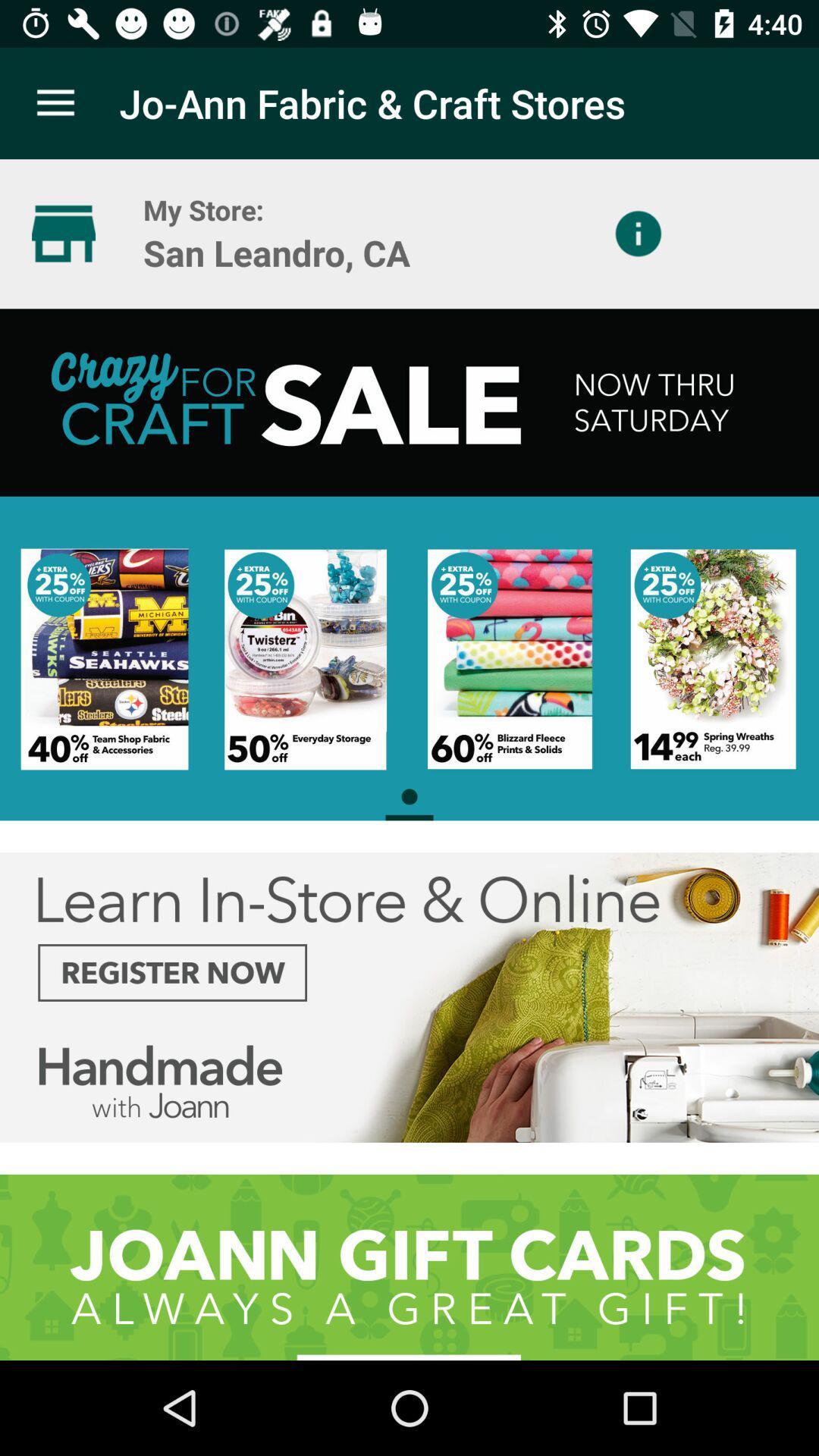  Describe the element at coordinates (55, 102) in the screenshot. I see `app to the left of jo ann fabric app` at that location.